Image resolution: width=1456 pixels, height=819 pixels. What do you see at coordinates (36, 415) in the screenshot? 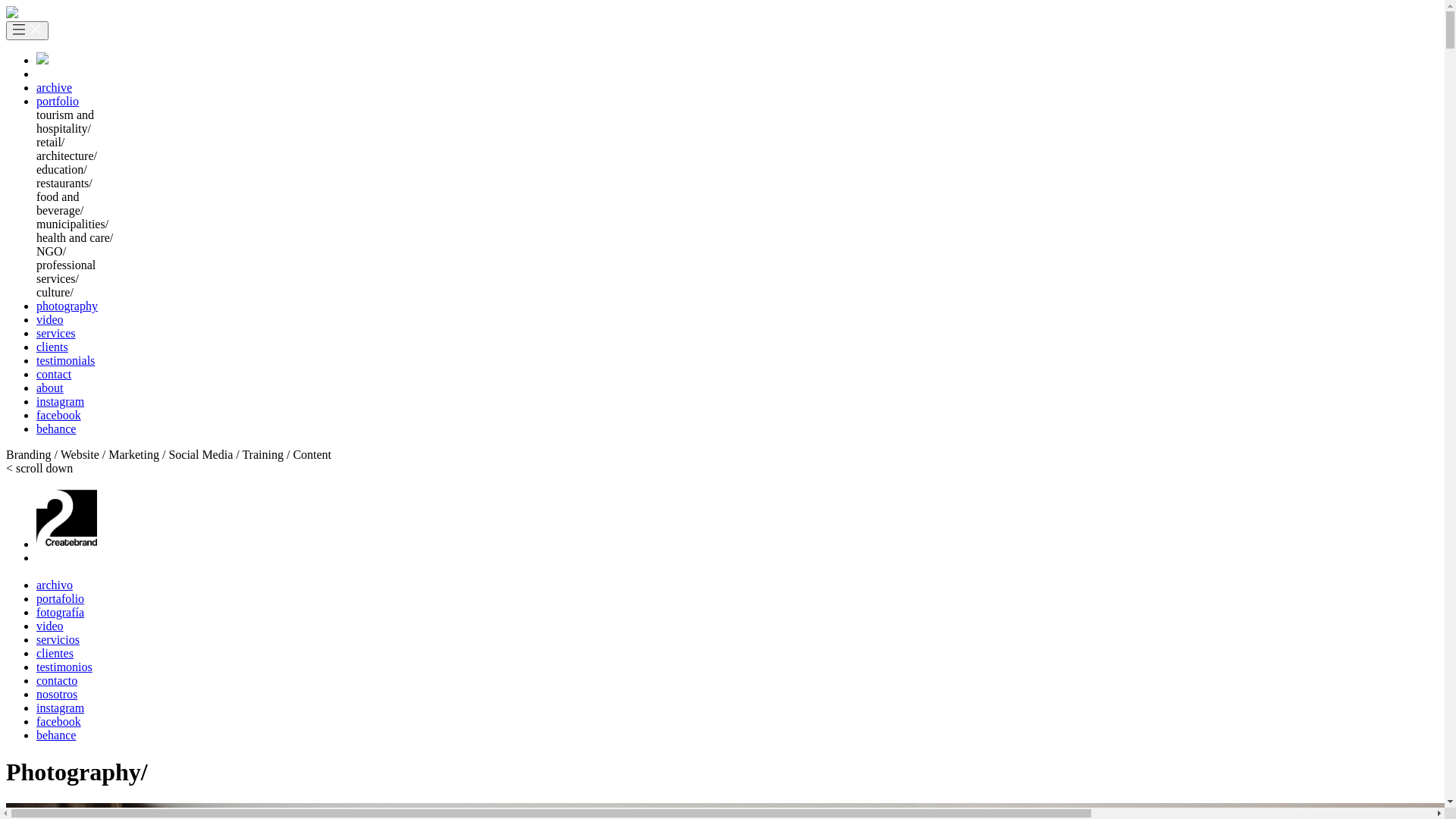
I see `'facebook'` at bounding box center [36, 415].